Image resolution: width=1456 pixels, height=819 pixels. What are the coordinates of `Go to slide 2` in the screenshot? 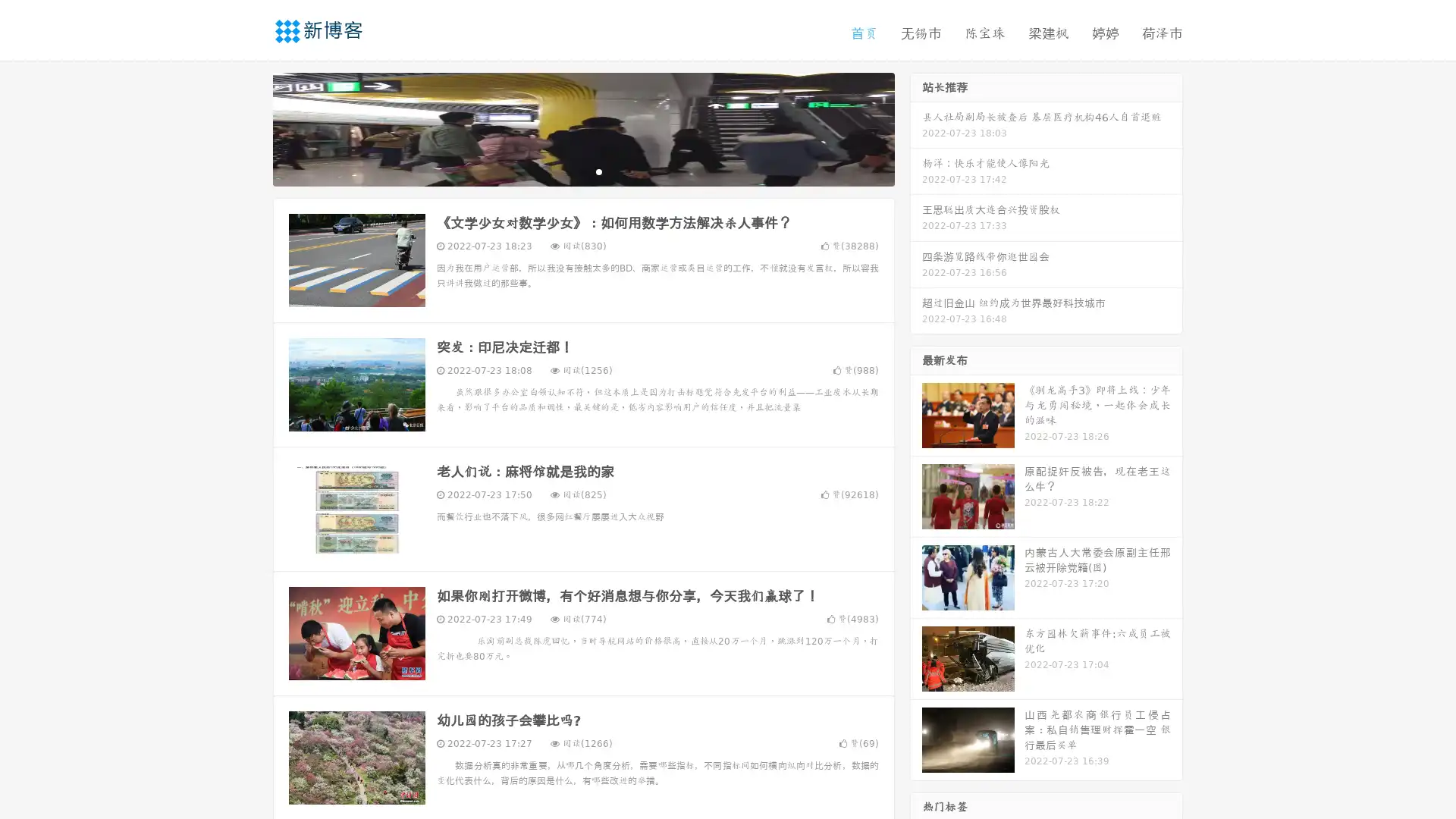 It's located at (582, 171).